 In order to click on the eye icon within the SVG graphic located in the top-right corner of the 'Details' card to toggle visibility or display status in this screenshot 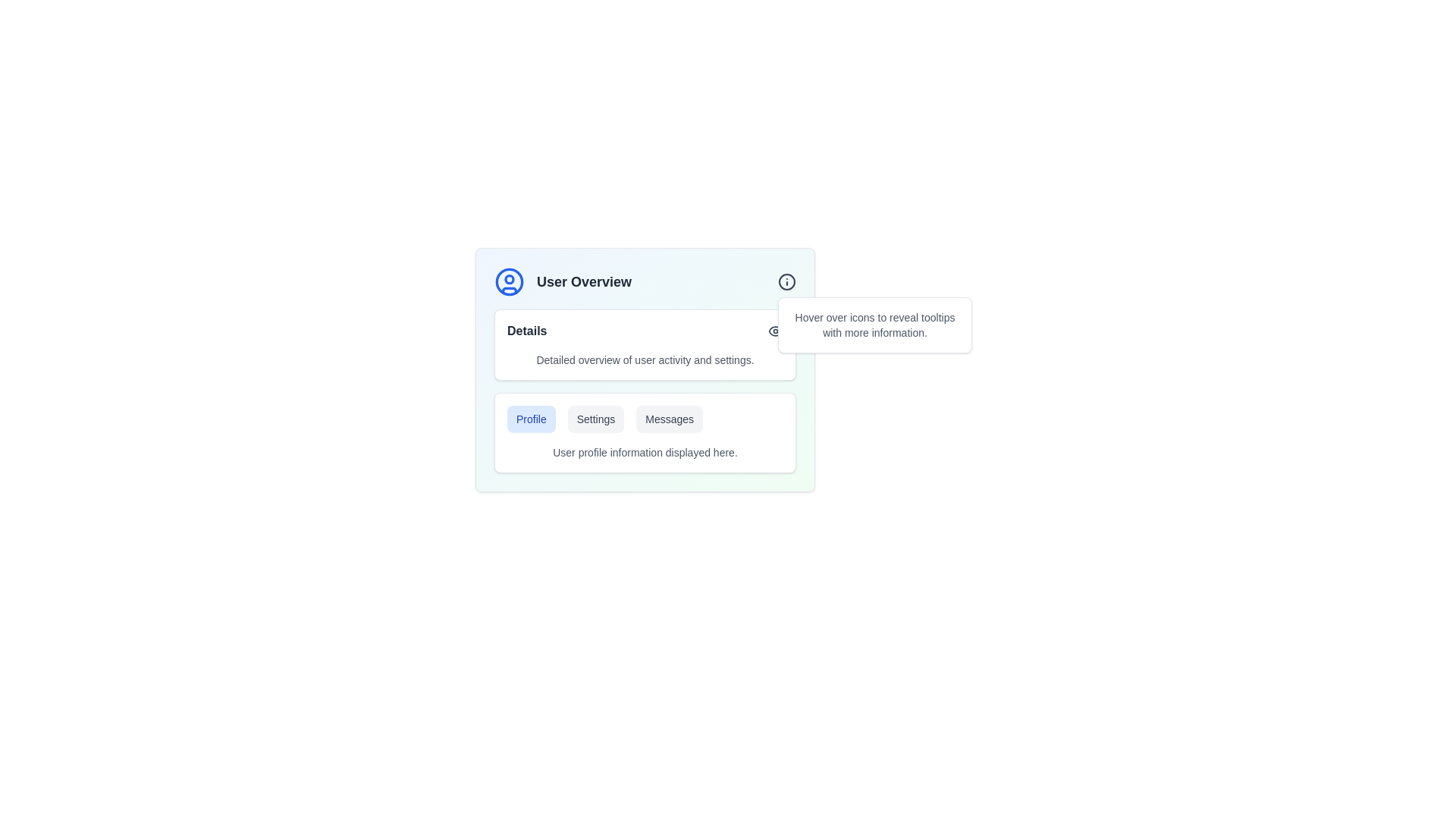, I will do `click(775, 330)`.